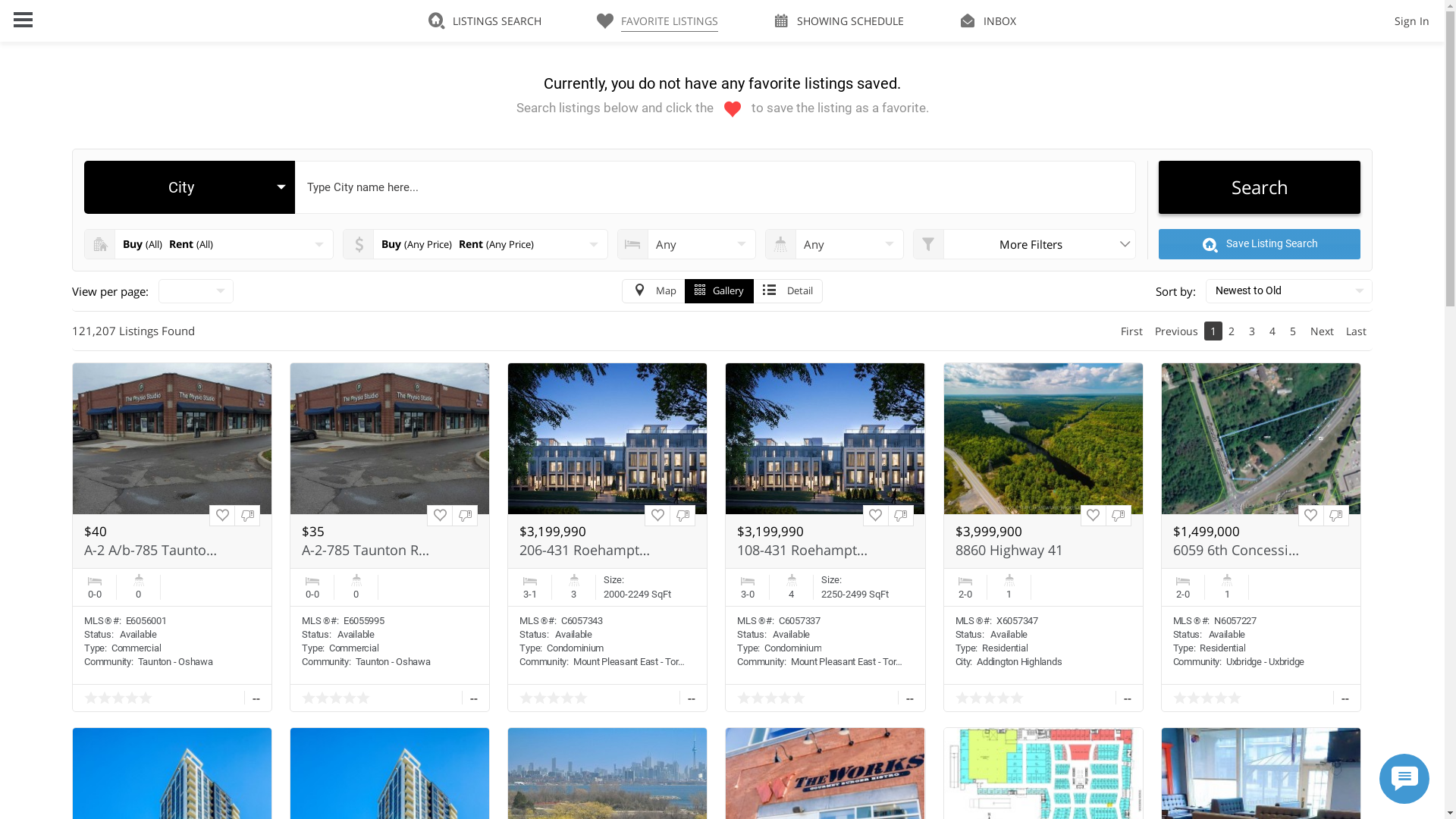  Describe the element at coordinates (1204, 291) in the screenshot. I see `'Newest to Old'` at that location.